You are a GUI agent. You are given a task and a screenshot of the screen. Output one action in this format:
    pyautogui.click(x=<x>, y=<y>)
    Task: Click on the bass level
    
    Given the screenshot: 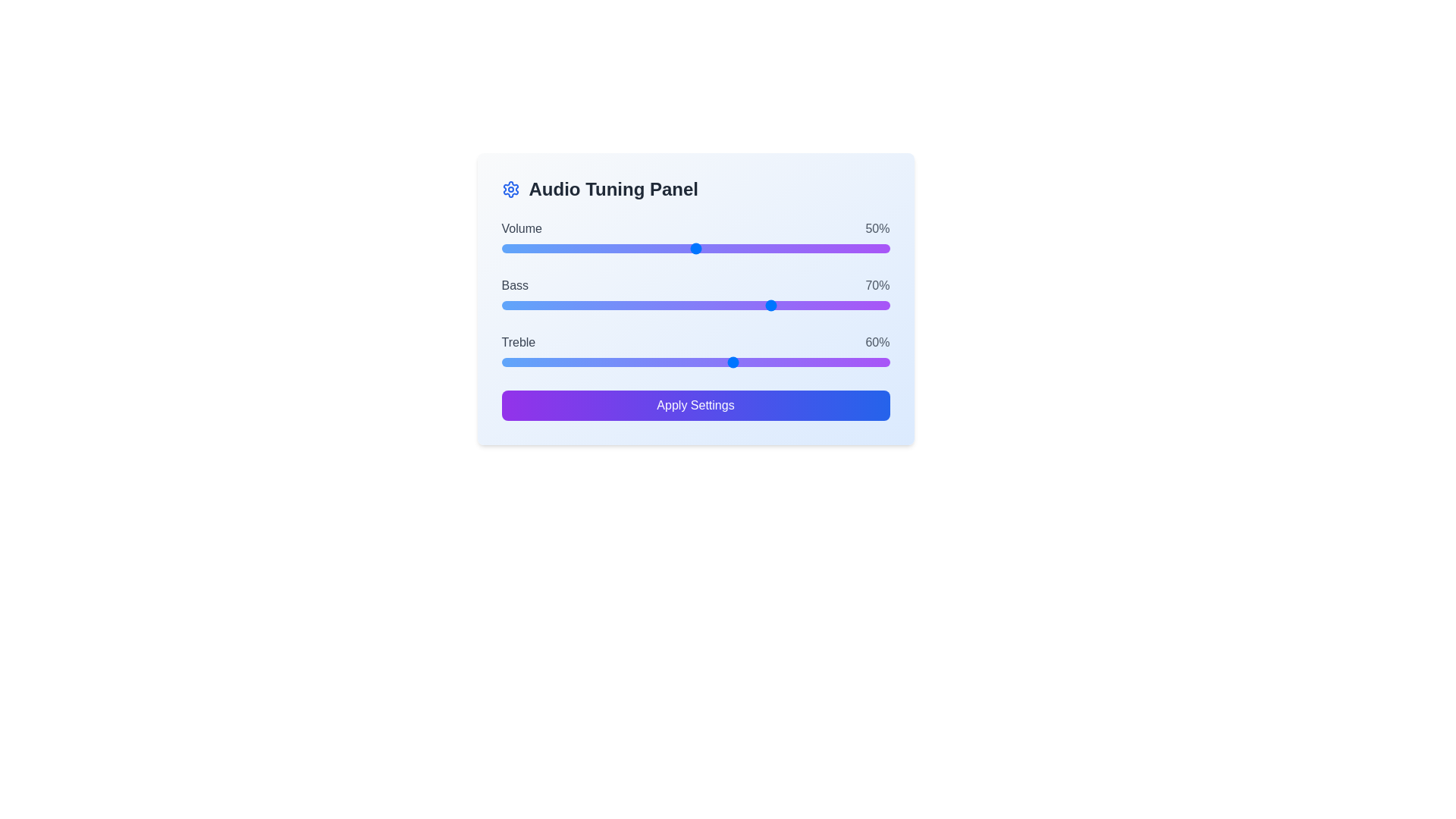 What is the action you would take?
    pyautogui.click(x=878, y=305)
    